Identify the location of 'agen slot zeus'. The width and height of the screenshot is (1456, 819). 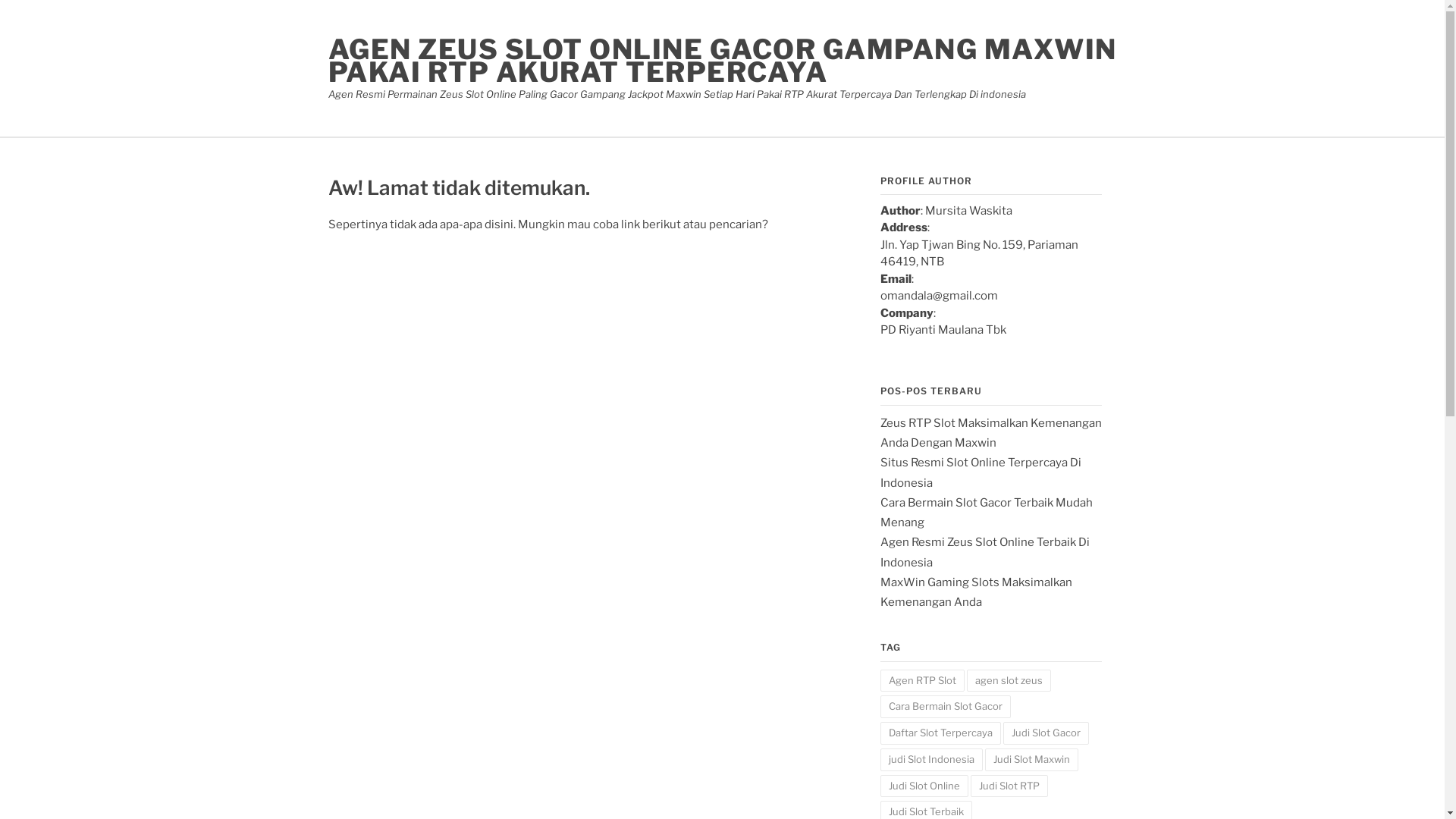
(1008, 680).